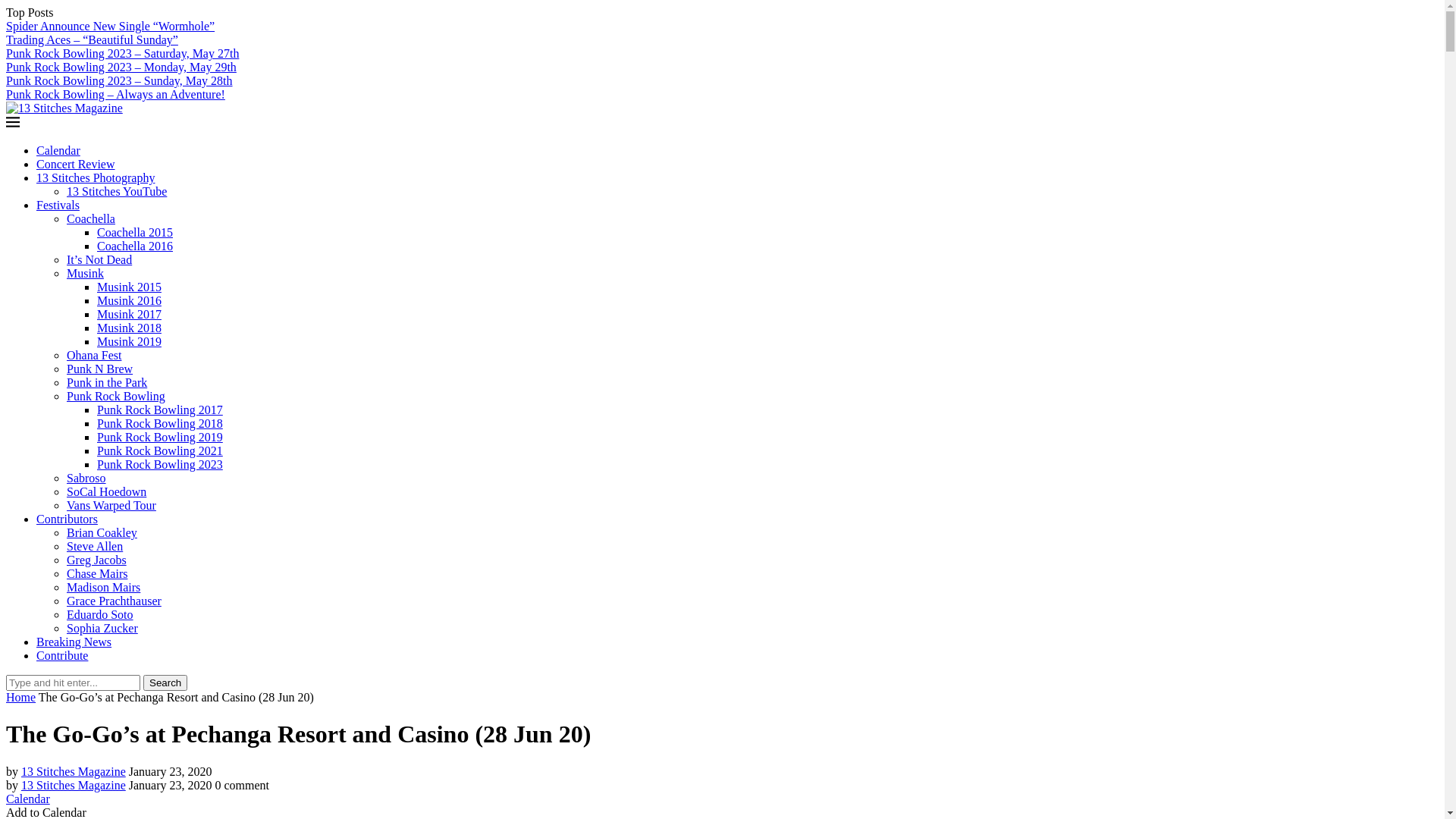 This screenshot has width=1456, height=819. I want to click on 'Calendar', so click(28, 798).